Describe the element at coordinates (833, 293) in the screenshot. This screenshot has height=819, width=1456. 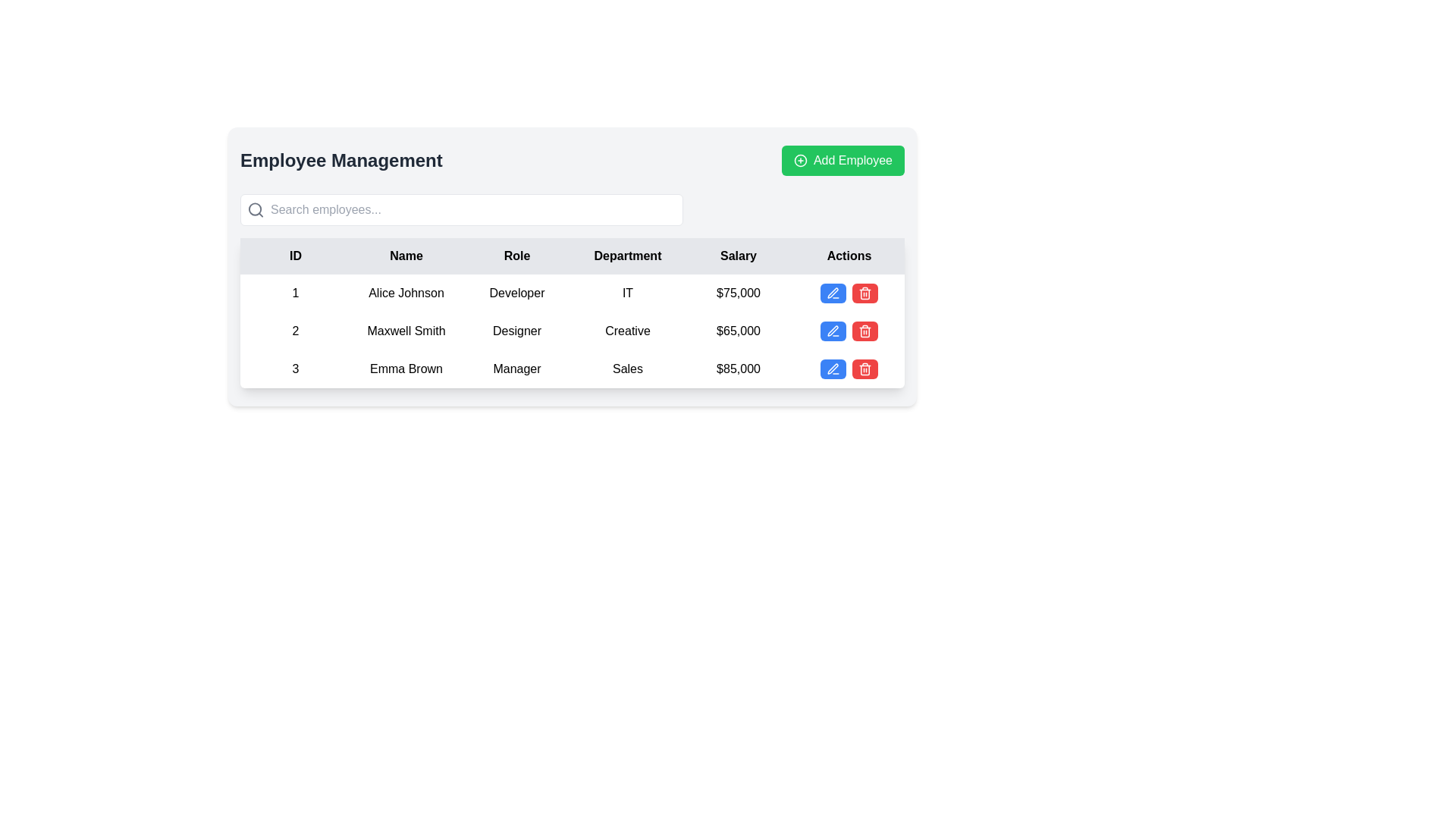
I see `the first blue button in the 'Actions' column associated with 'Alice Johnson' to initiate editing` at that location.